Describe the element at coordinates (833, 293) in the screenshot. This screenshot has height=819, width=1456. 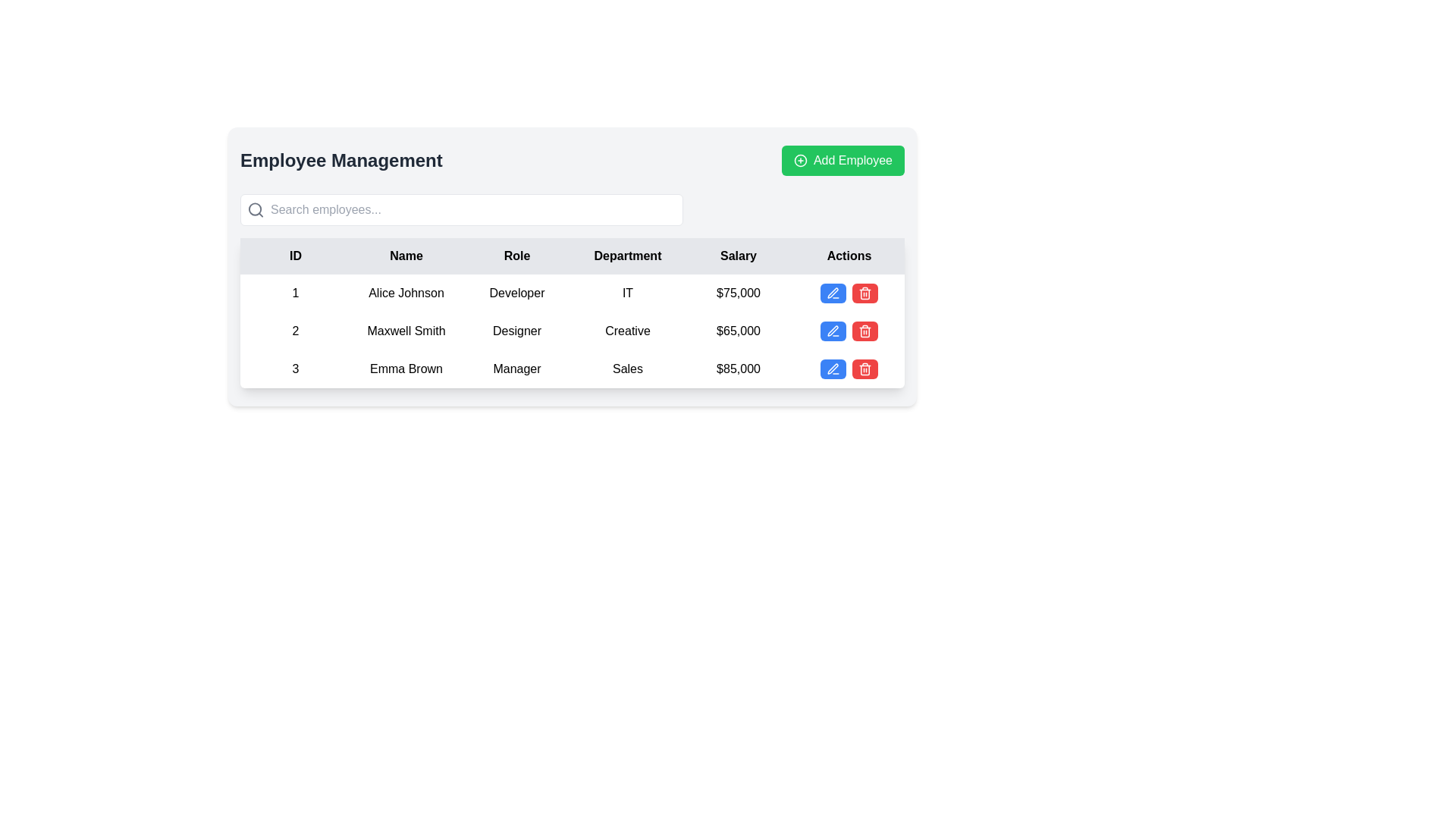
I see `the first blue button in the 'Actions' column associated with 'Alice Johnson' to initiate editing` at that location.